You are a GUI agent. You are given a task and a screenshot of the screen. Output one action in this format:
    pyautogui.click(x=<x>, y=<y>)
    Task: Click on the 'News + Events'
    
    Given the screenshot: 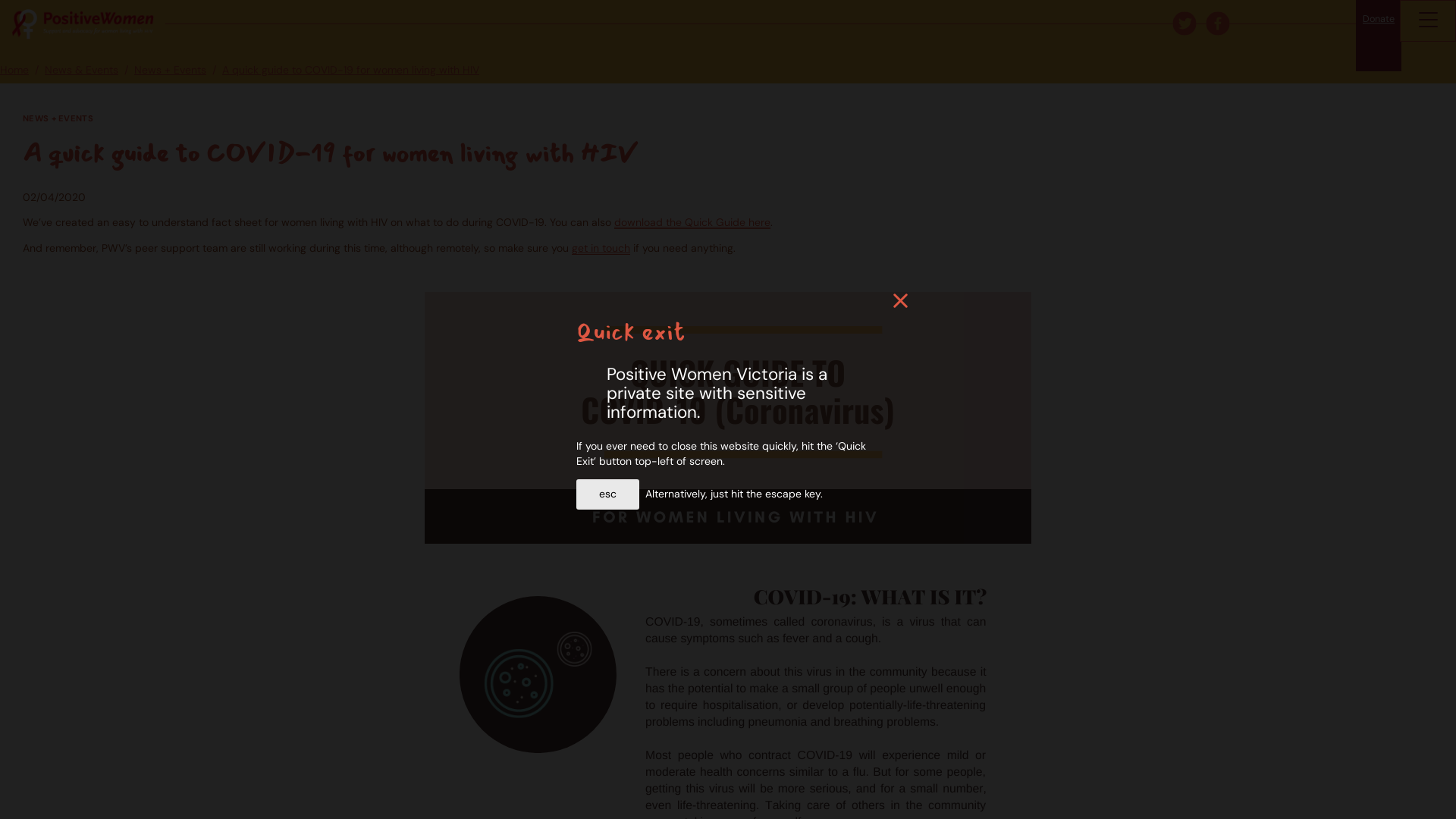 What is the action you would take?
    pyautogui.click(x=170, y=70)
    